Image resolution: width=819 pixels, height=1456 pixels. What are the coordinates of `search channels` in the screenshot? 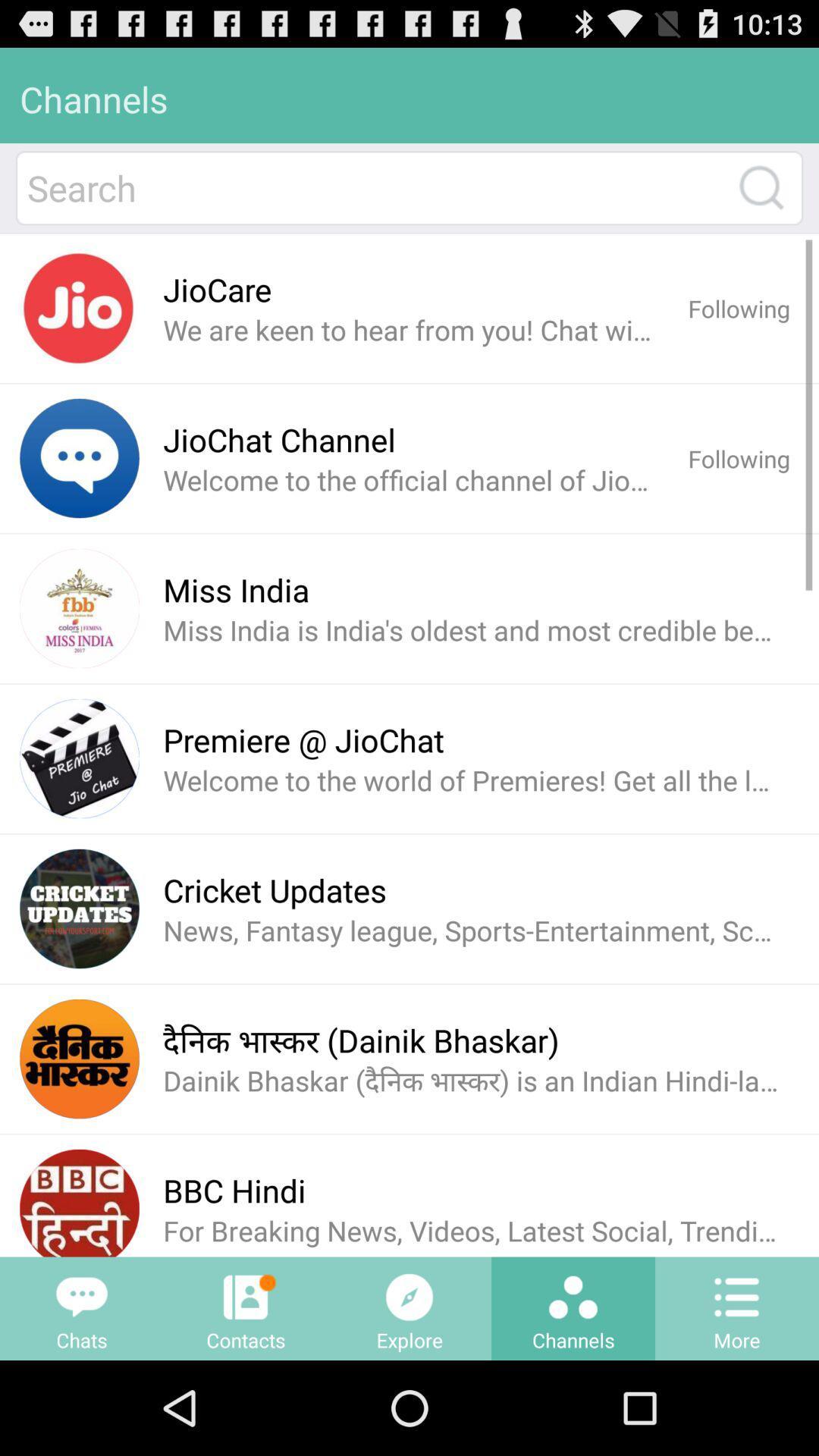 It's located at (761, 187).